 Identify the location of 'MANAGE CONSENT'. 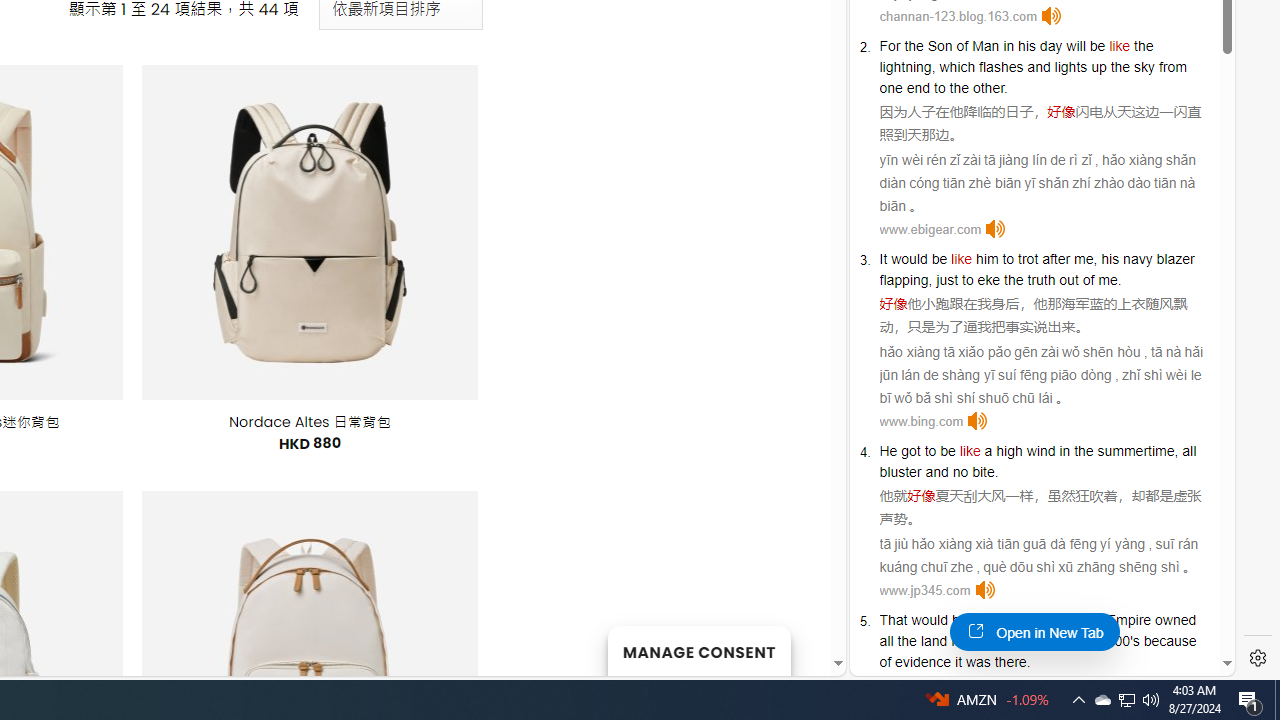
(698, 650).